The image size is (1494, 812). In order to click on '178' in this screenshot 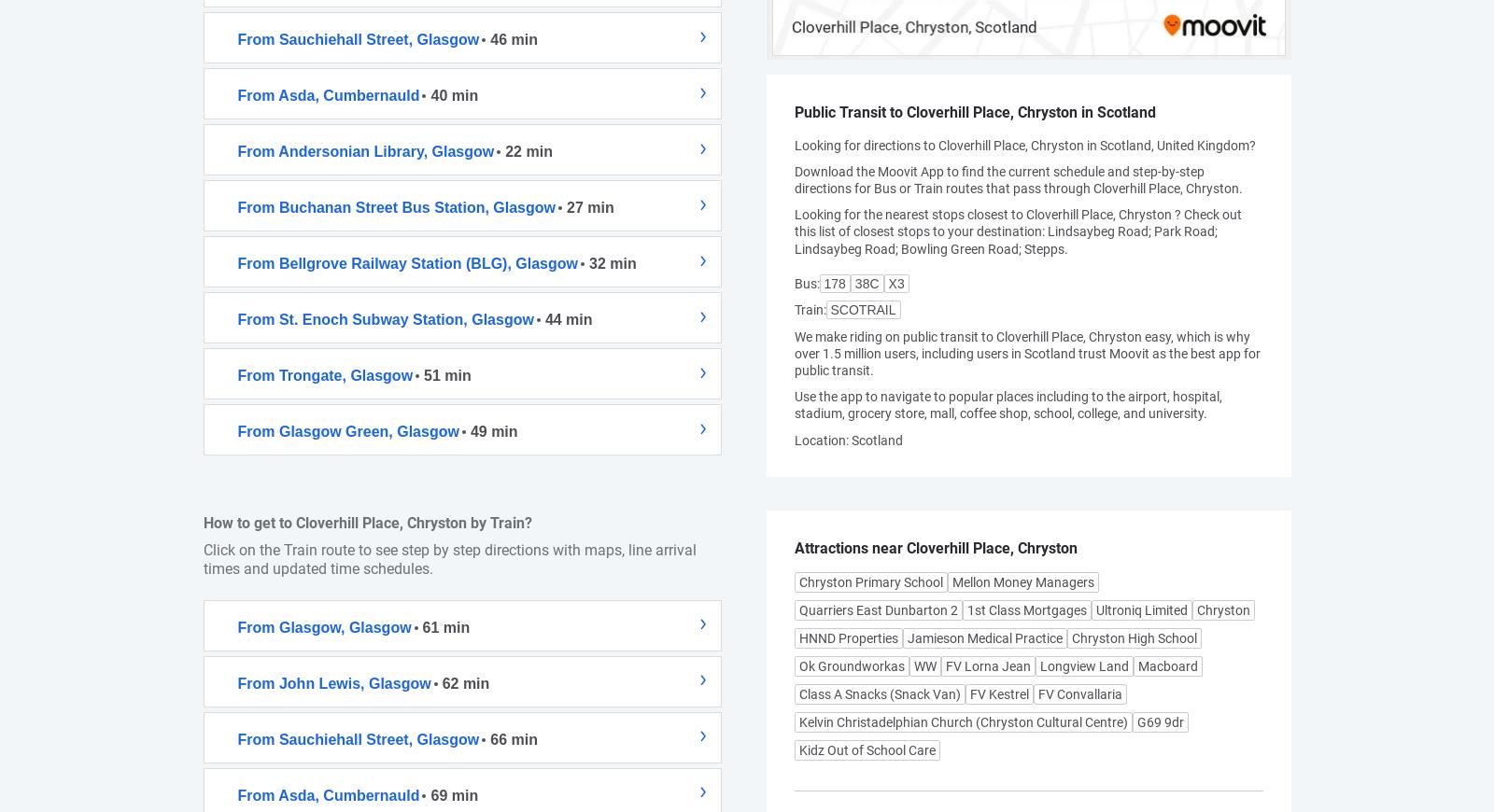, I will do `click(833, 283)`.